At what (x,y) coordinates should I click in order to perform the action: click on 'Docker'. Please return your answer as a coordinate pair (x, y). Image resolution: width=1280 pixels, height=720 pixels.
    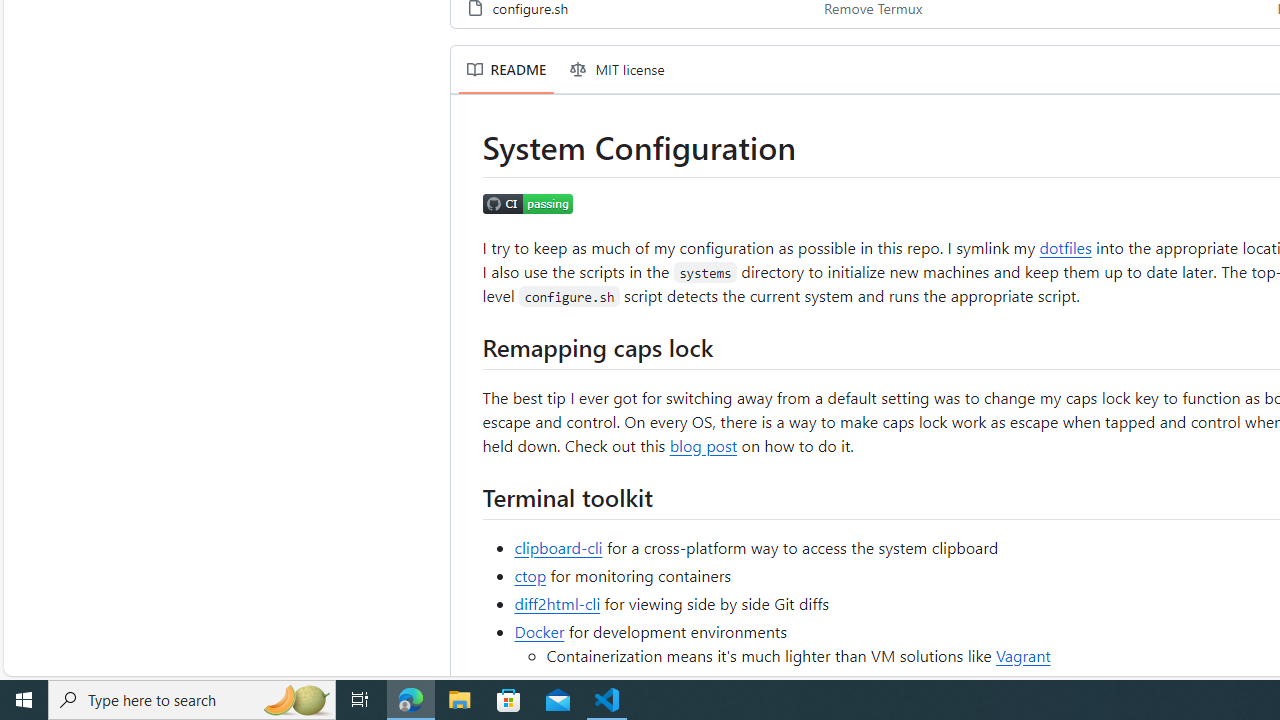
    Looking at the image, I should click on (539, 631).